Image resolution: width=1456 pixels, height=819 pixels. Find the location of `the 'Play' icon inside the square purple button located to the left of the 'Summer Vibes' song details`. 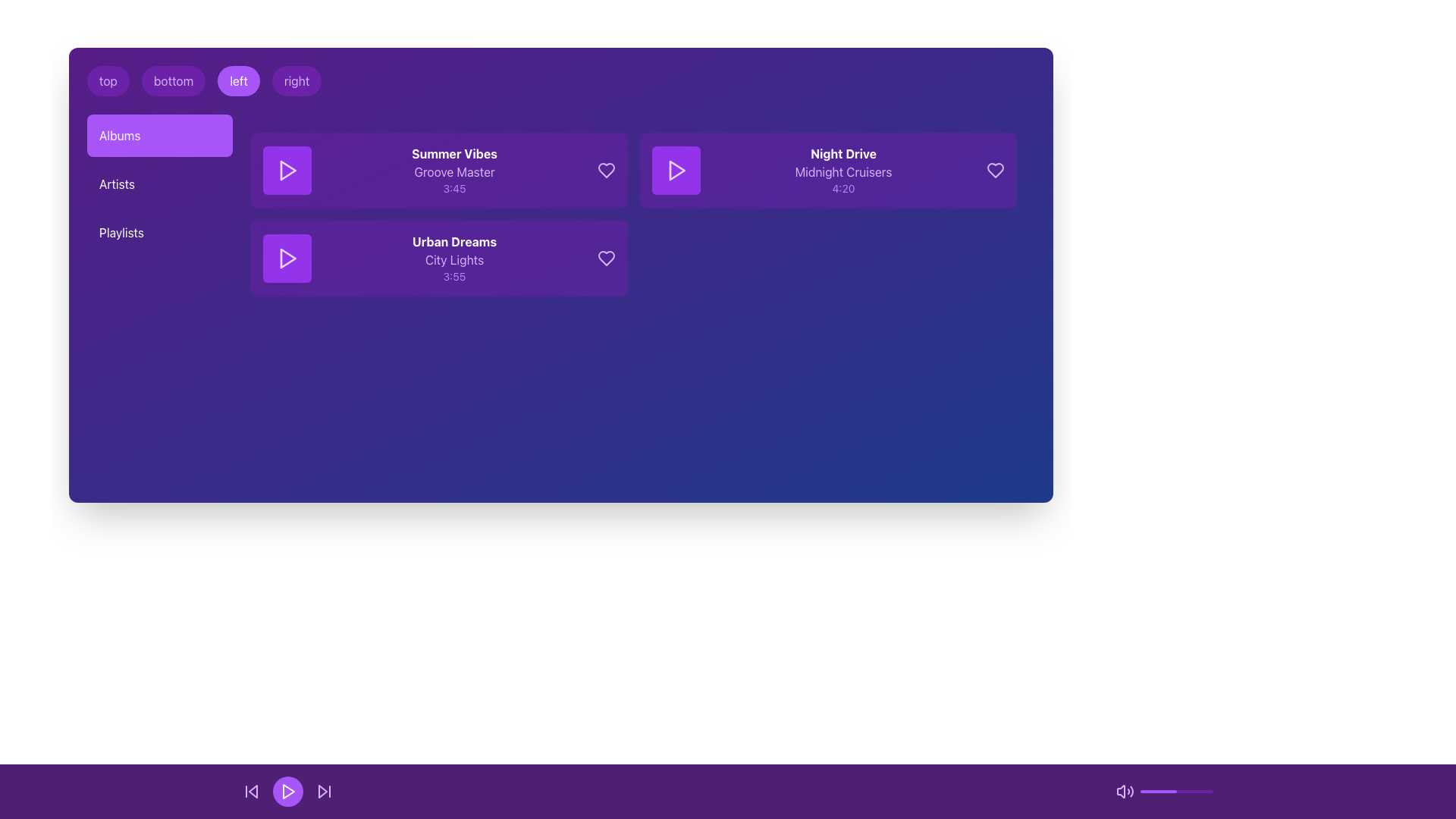

the 'Play' icon inside the square purple button located to the left of the 'Summer Vibes' song details is located at coordinates (287, 170).